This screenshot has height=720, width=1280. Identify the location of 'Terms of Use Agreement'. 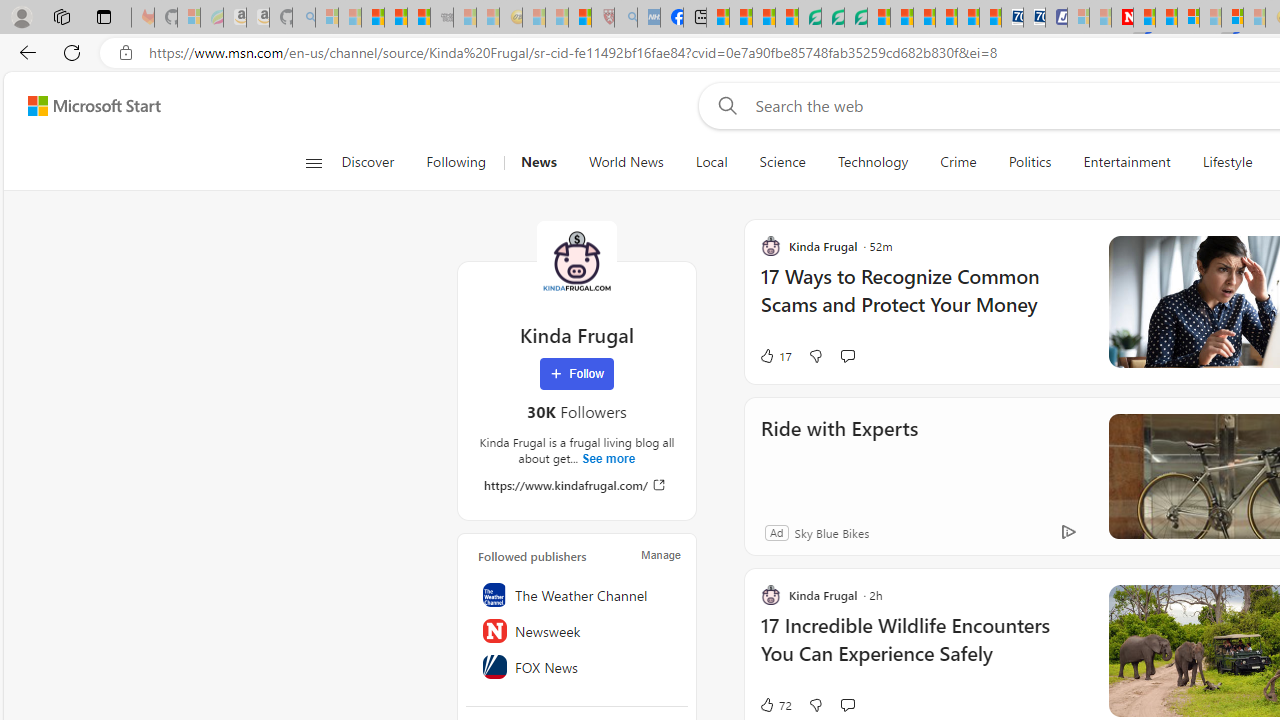
(832, 17).